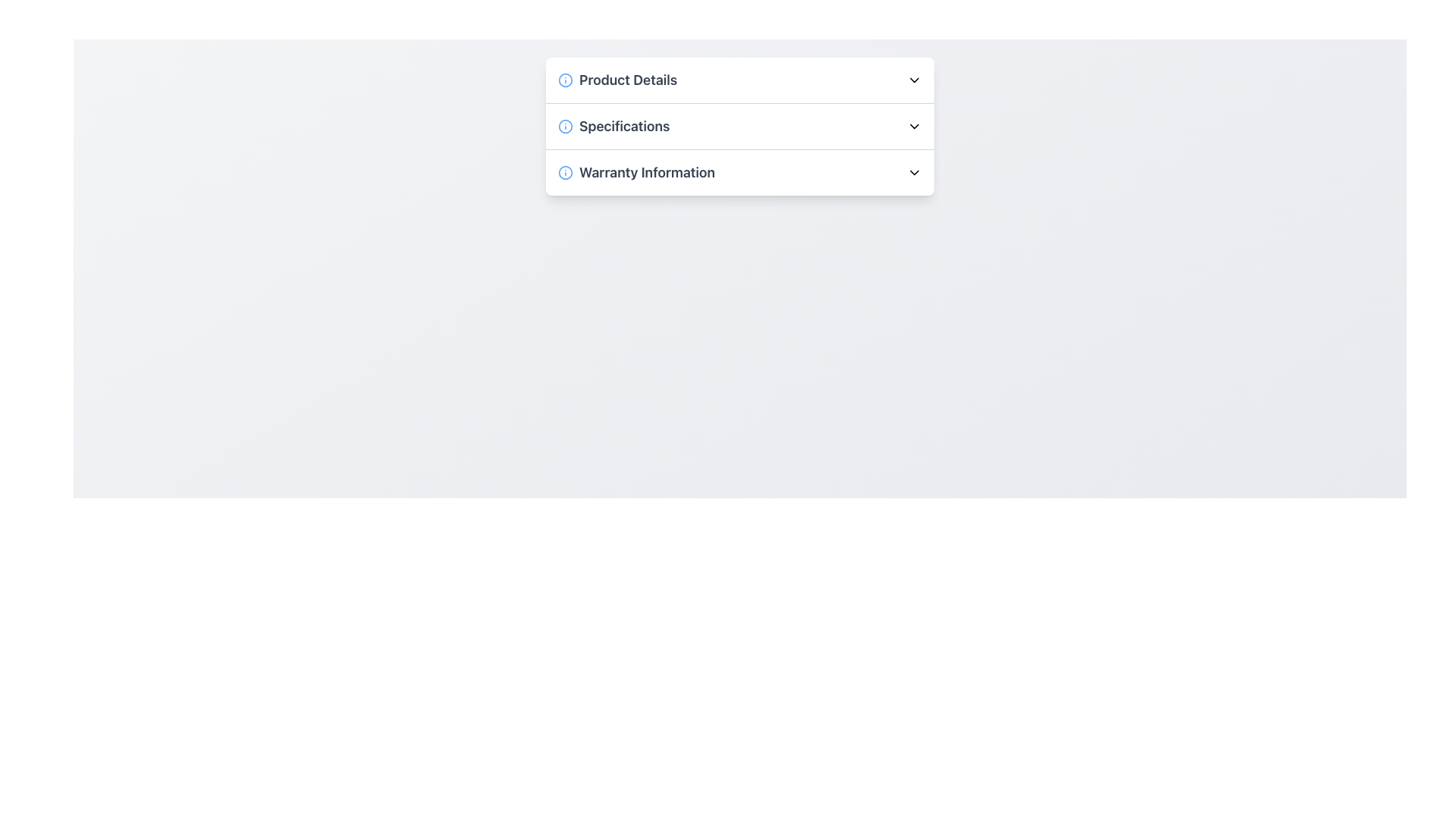 This screenshot has width=1456, height=819. Describe the element at coordinates (647, 171) in the screenshot. I see `the text label reading 'Warranty Information' styled with a bold serif font and medium text size, located as the third text label in a vertically stacked list` at that location.